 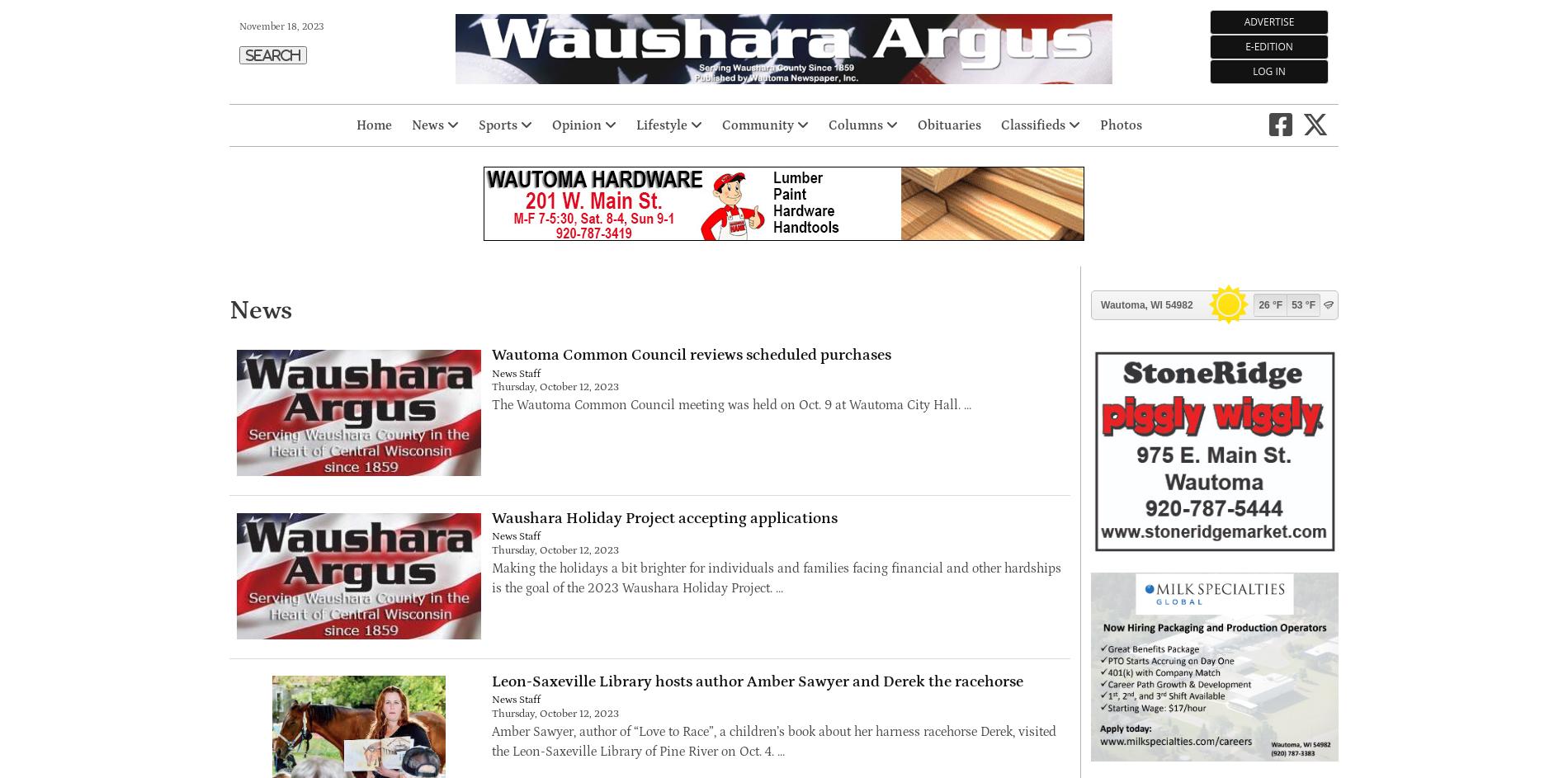 What do you see at coordinates (281, 26) in the screenshot?
I see `'November 18, 2023'` at bounding box center [281, 26].